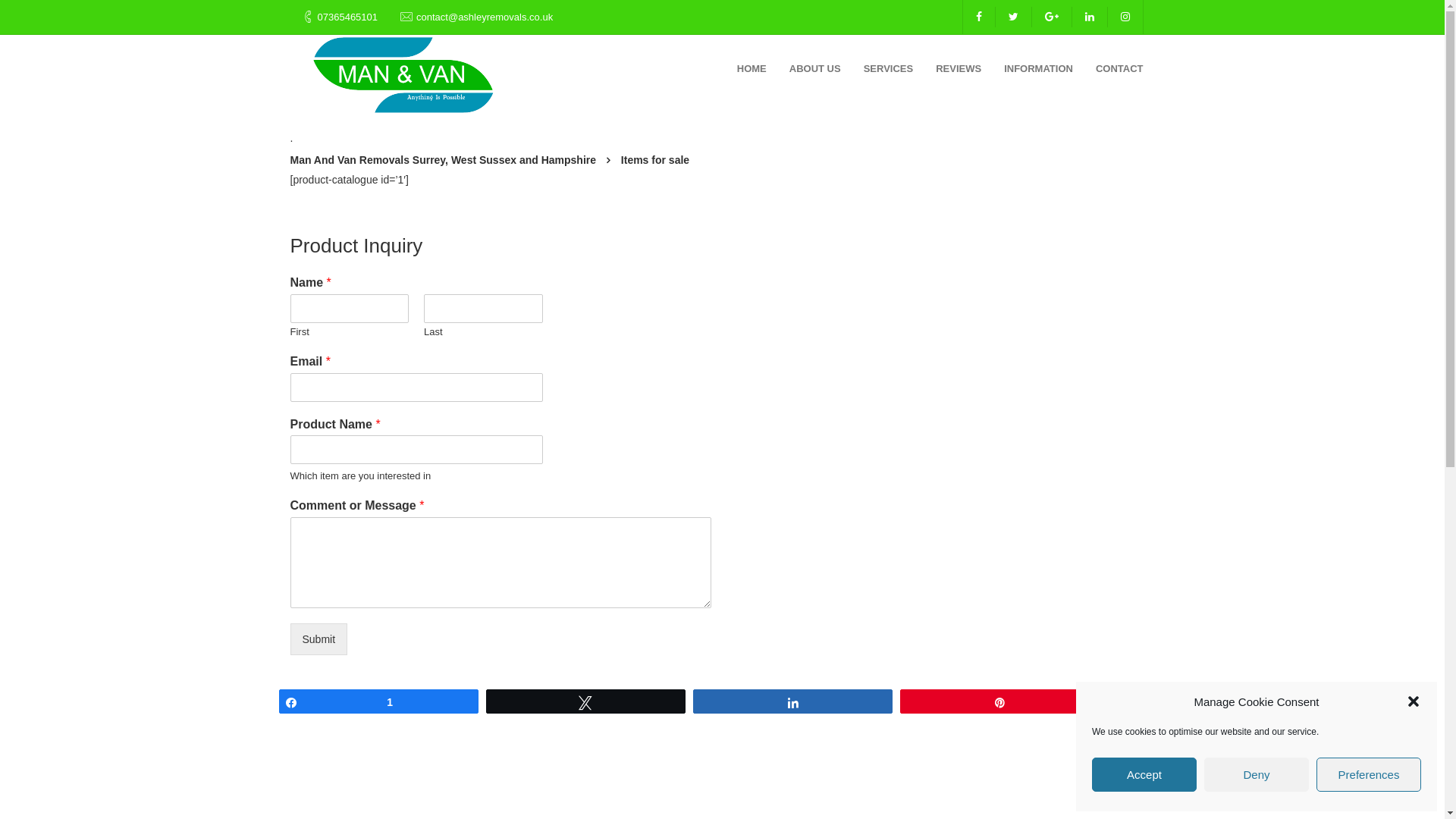 Image resolution: width=1456 pixels, height=819 pixels. Describe the element at coordinates (378, 701) in the screenshot. I see `'1'` at that location.